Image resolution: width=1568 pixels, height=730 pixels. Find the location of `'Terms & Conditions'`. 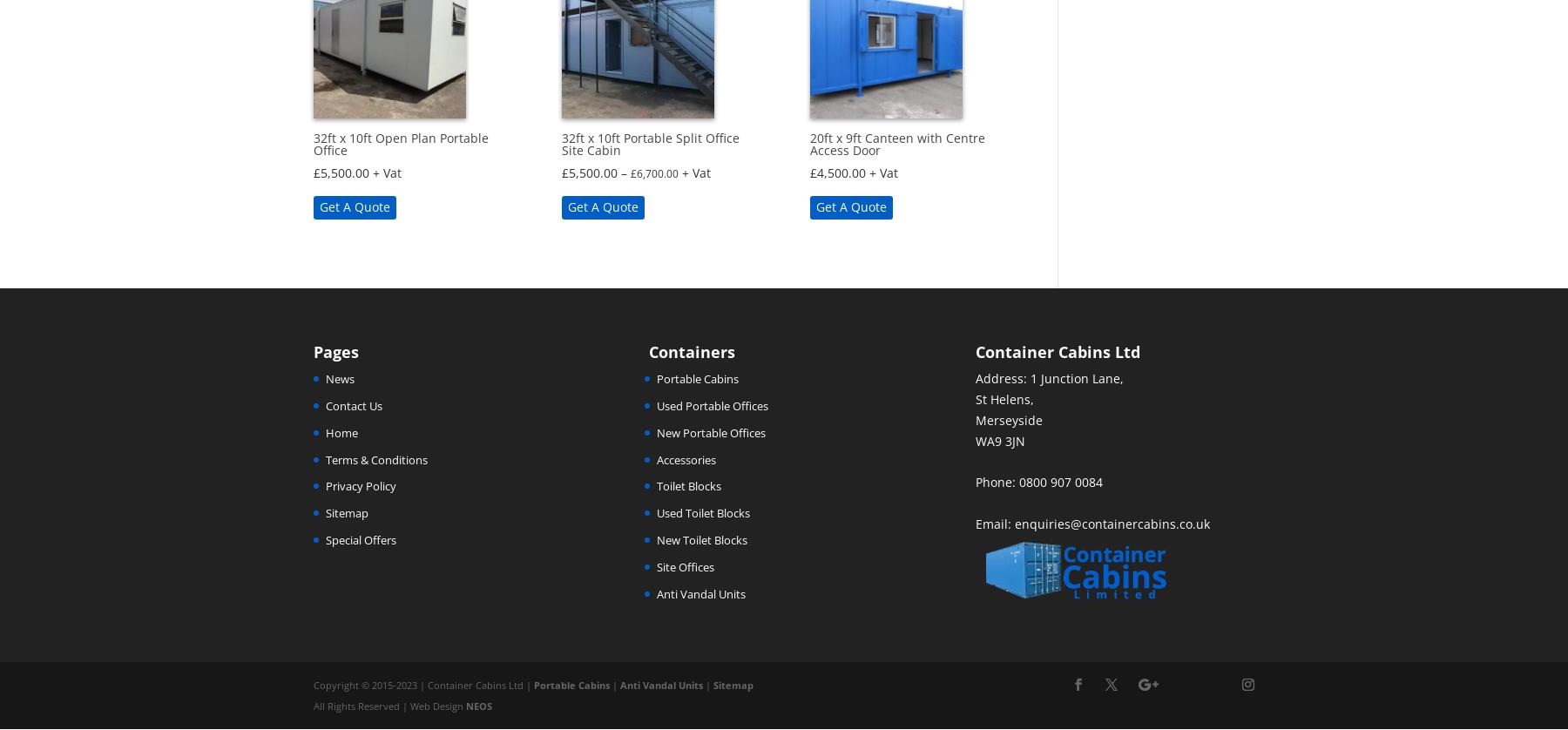

'Terms & Conditions' is located at coordinates (376, 459).